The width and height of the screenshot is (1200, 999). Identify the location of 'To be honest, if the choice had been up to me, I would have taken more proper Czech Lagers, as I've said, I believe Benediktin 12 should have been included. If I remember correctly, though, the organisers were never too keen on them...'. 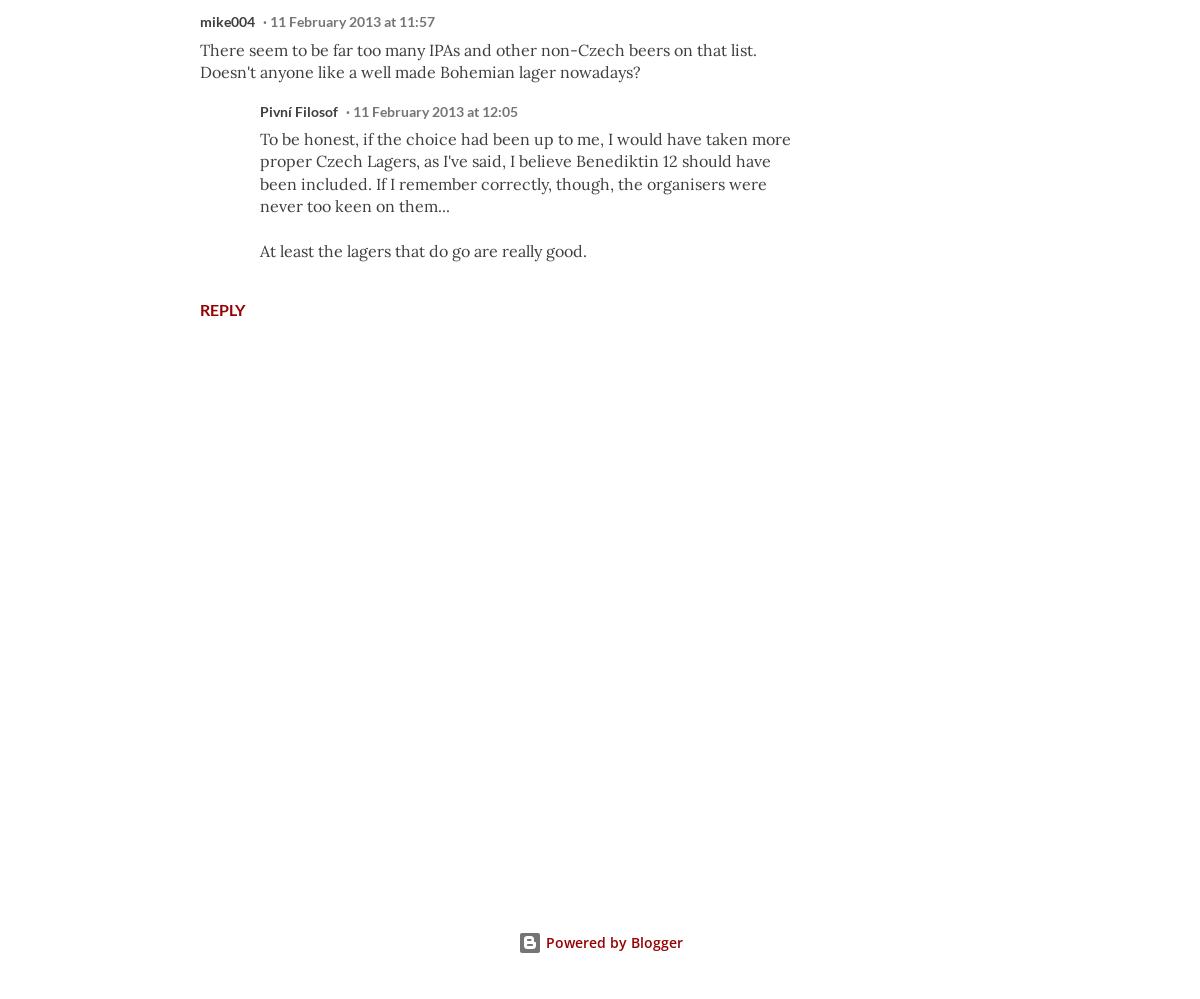
(524, 171).